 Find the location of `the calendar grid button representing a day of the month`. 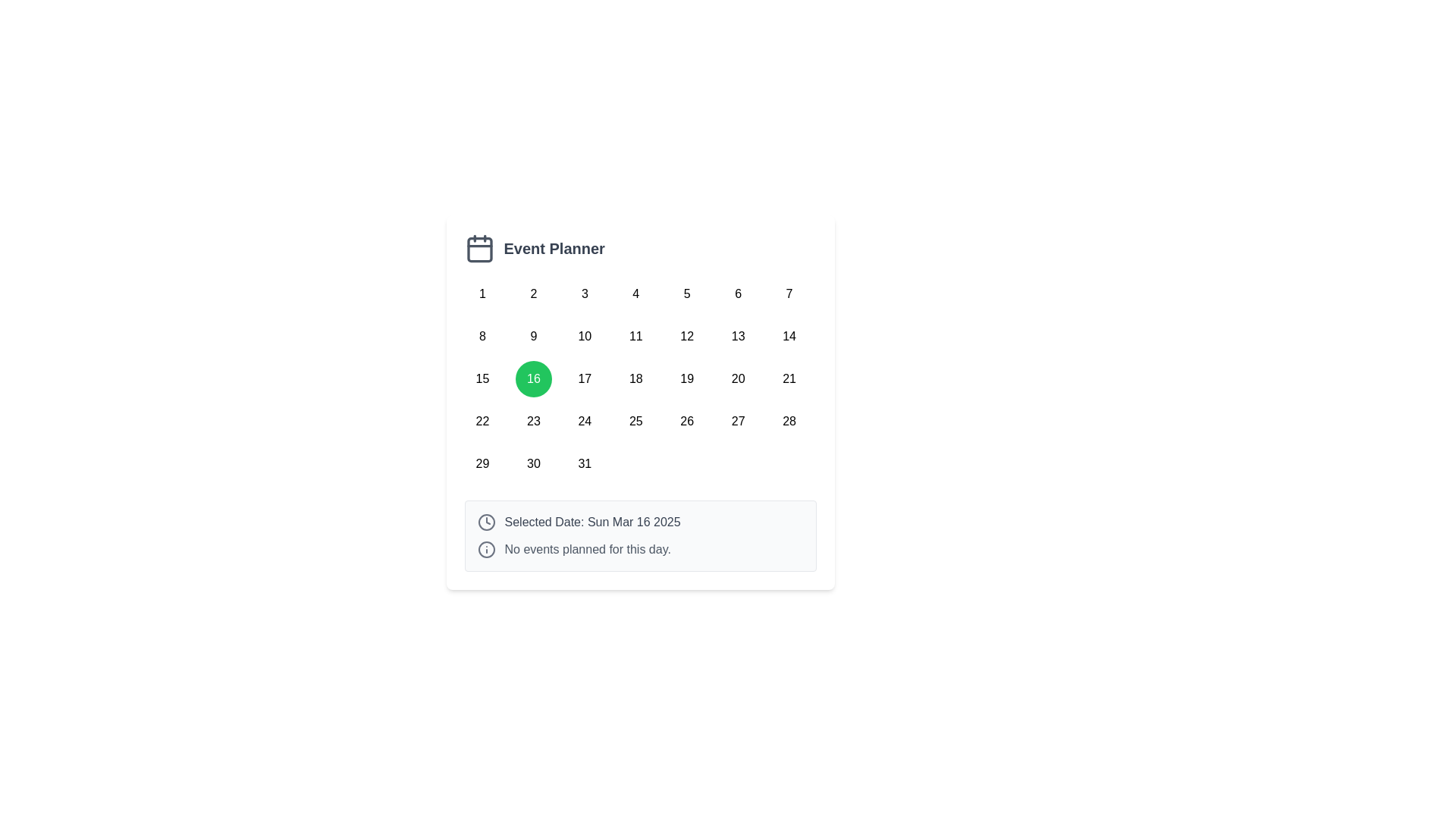

the calendar grid button representing a day of the month is located at coordinates (640, 378).